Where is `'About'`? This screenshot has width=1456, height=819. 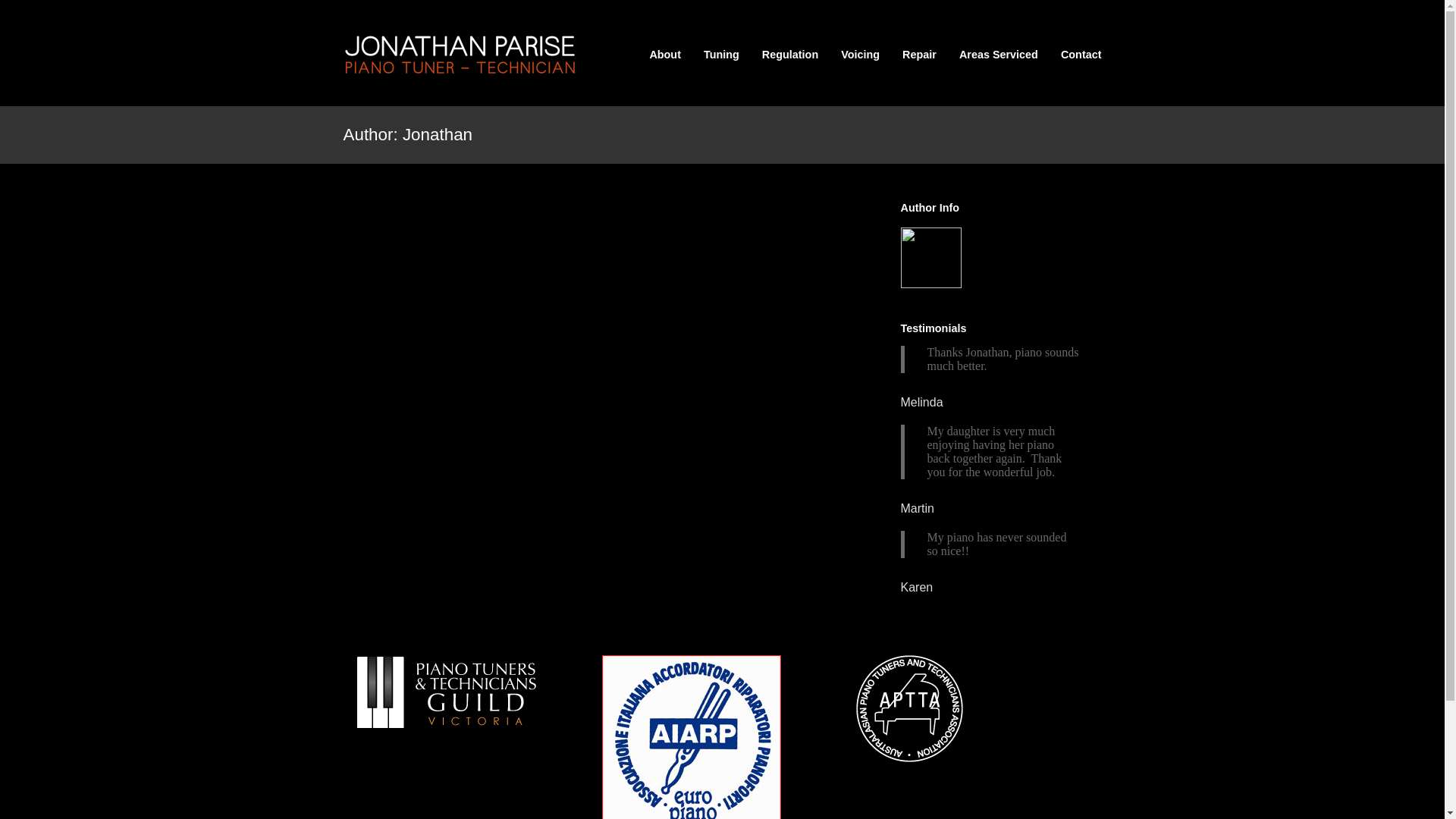
'About' is located at coordinates (665, 54).